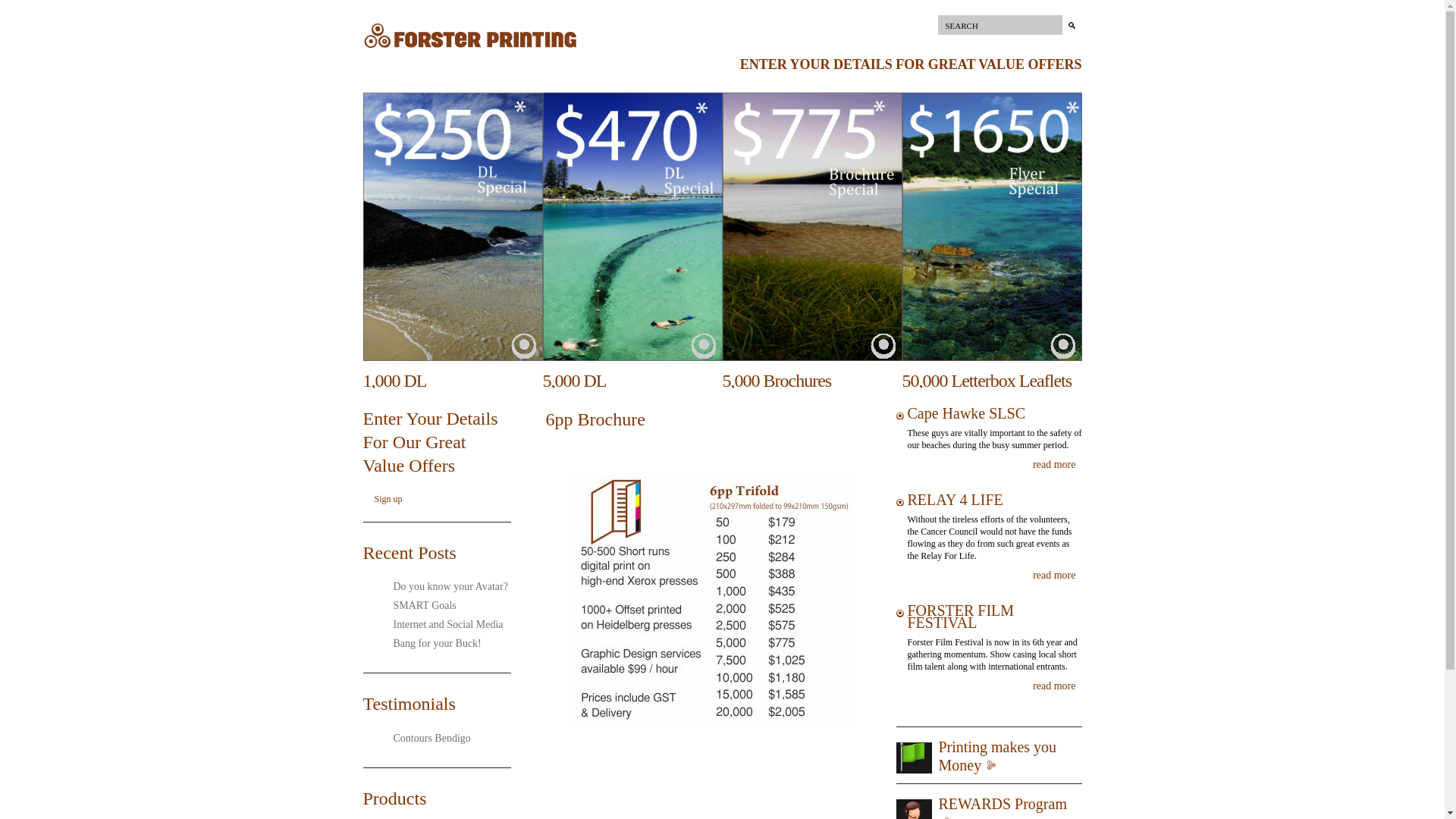 This screenshot has width=1456, height=819. I want to click on ' ', so click(1065, 347).